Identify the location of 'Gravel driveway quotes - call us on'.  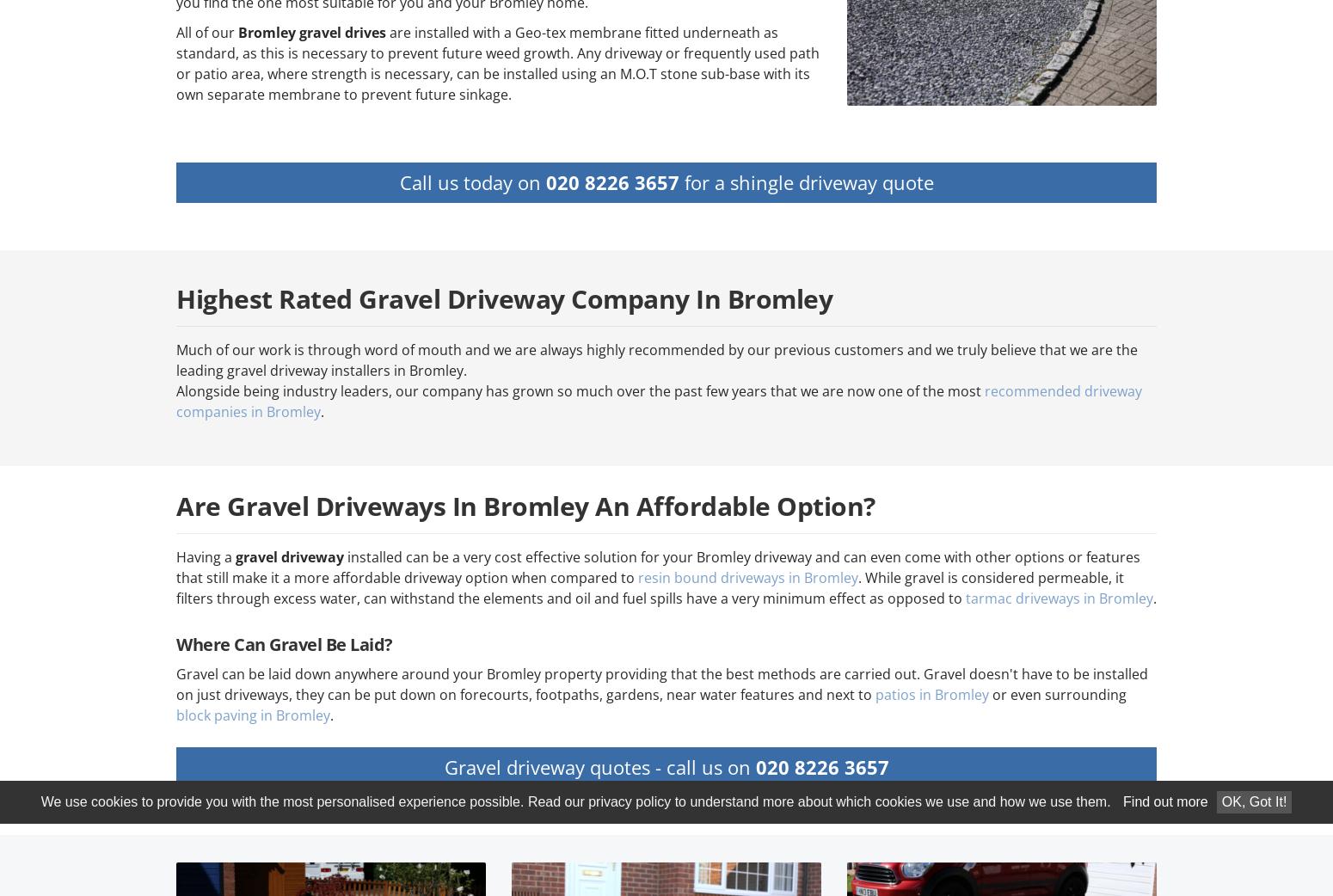
(599, 765).